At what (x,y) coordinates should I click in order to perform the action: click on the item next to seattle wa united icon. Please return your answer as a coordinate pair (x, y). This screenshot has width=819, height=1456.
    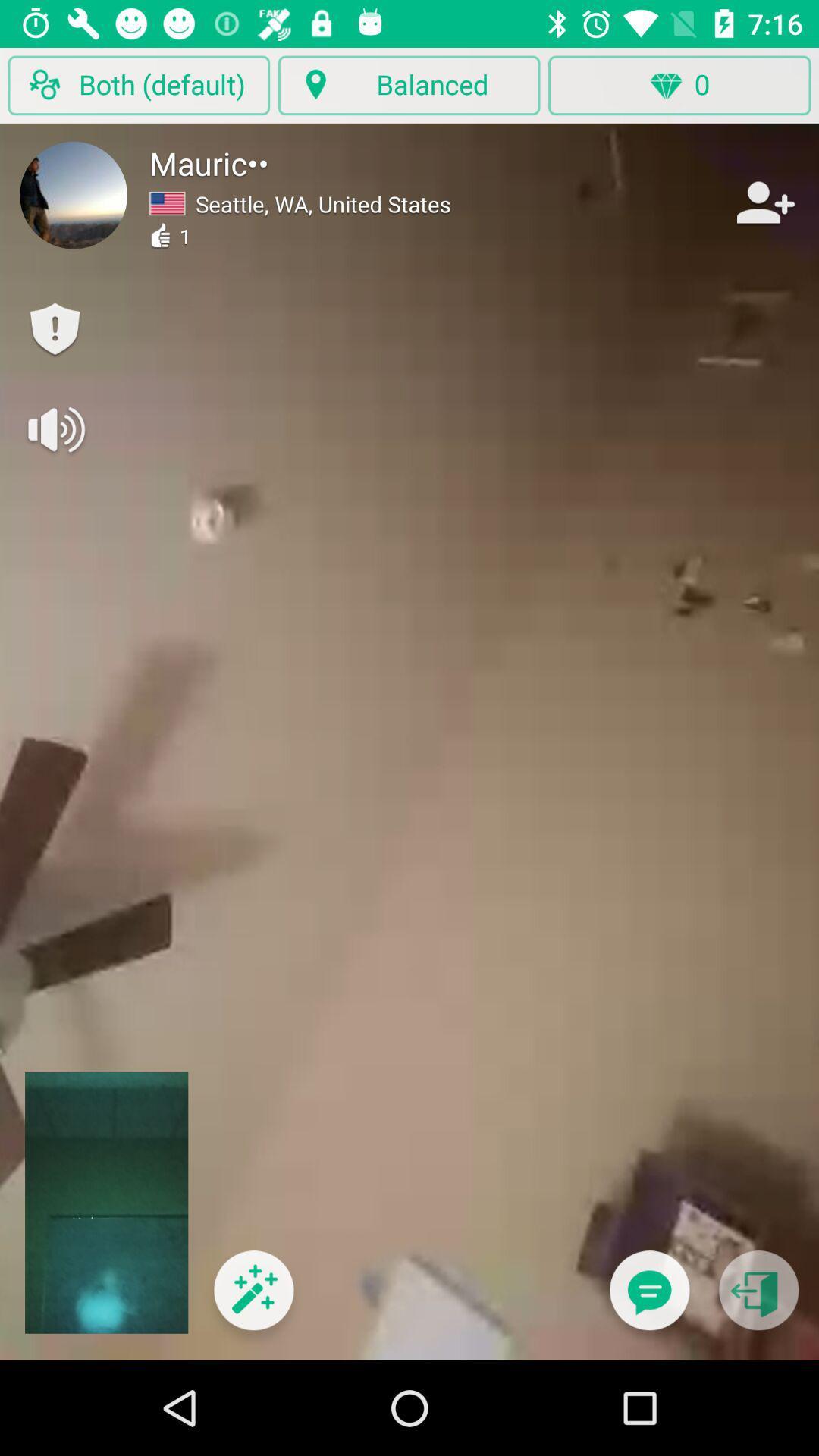
    Looking at the image, I should click on (764, 202).